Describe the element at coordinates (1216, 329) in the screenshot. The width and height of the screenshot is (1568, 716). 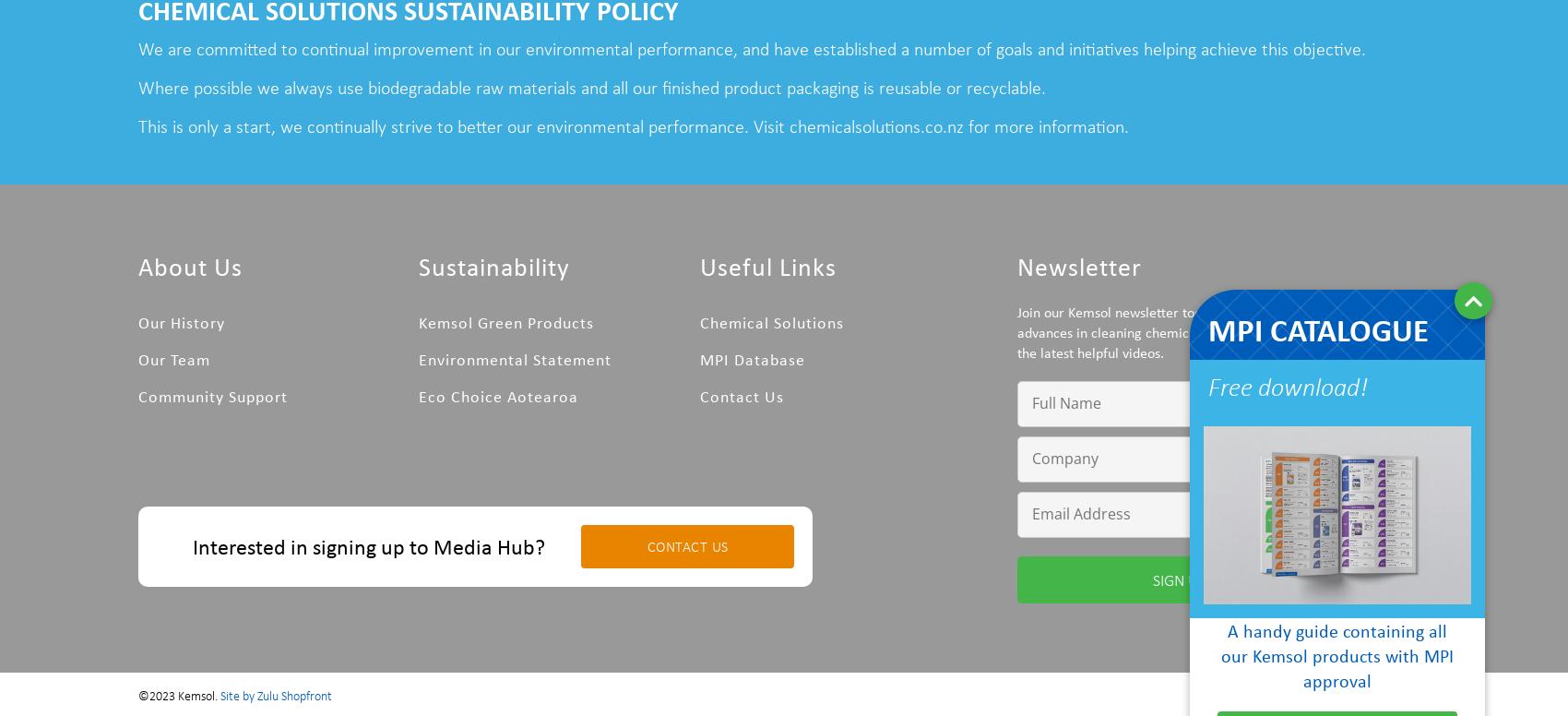
I see `'Join our Kemsol newsletter today for new product launches, advances in cleaning chemical technology, interesting articles and the latest helpful videos.'` at that location.